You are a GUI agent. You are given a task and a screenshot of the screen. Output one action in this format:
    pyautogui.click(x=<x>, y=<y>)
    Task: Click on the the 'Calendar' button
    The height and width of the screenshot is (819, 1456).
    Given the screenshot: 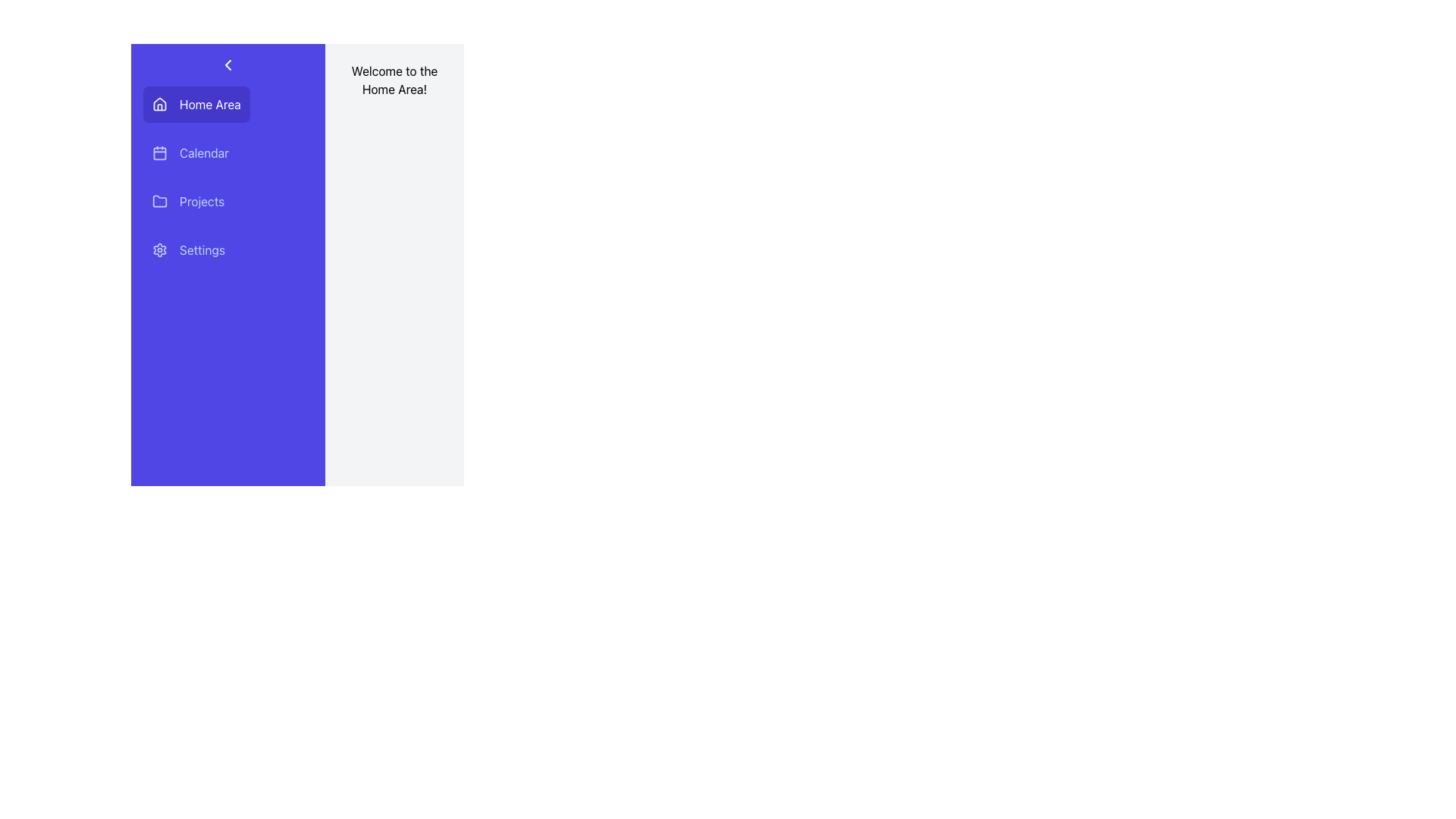 What is the action you would take?
    pyautogui.click(x=190, y=152)
    